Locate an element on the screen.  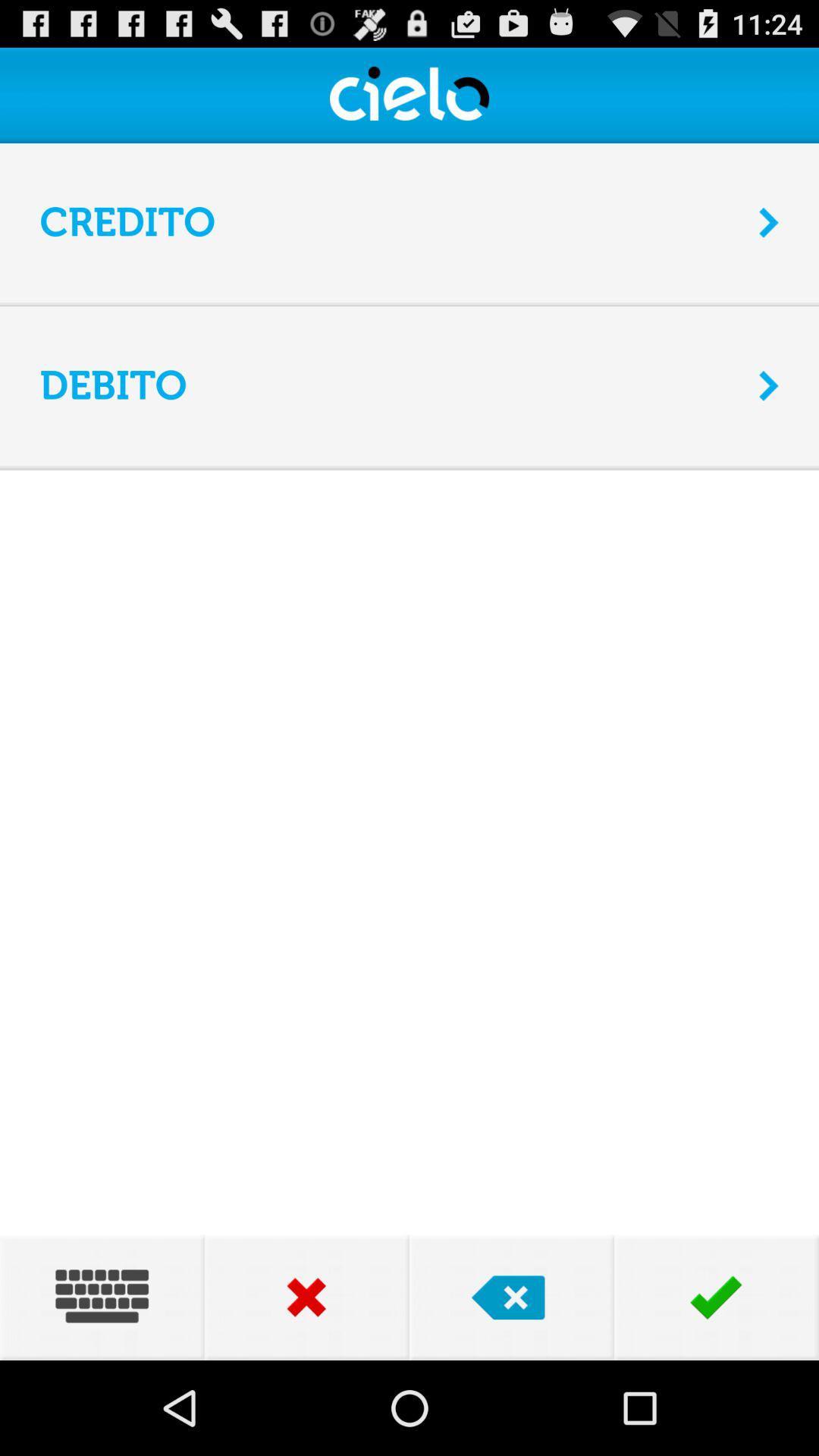
the icon to the right of the debito app is located at coordinates (769, 385).